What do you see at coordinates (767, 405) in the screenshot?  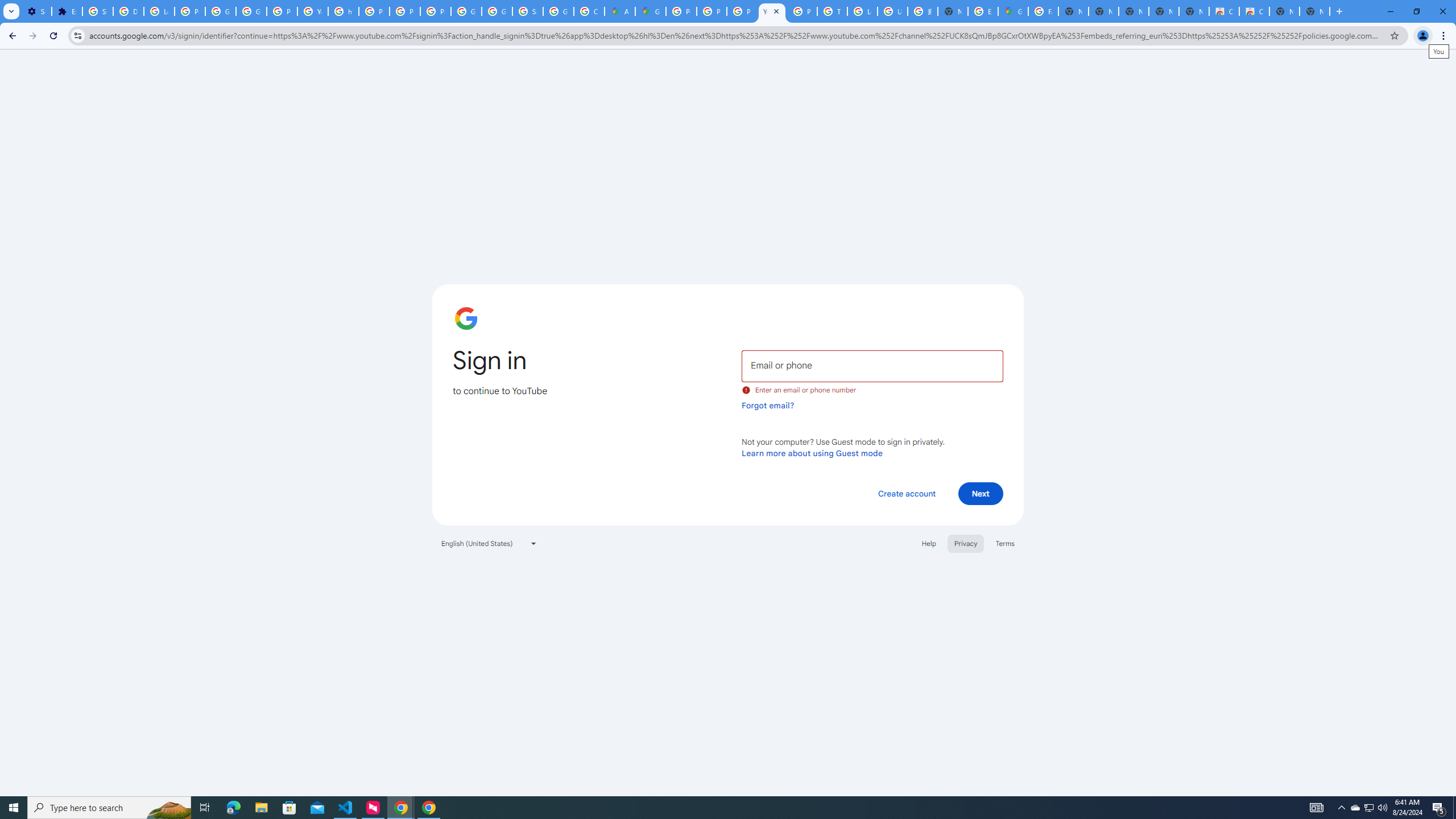 I see `'Forgot email?'` at bounding box center [767, 405].